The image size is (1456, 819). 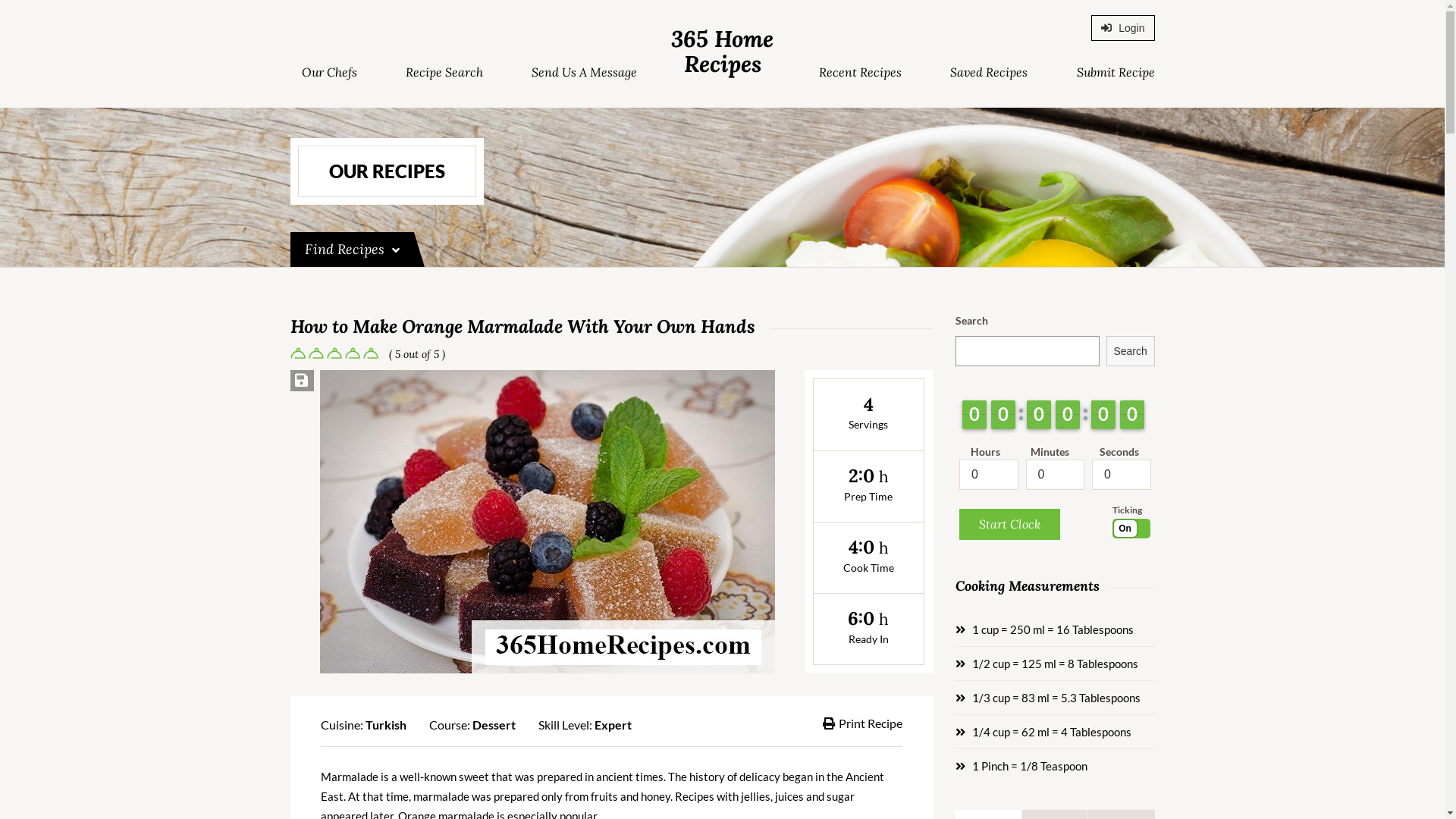 I want to click on '365 Home Recipes', so click(x=721, y=51).